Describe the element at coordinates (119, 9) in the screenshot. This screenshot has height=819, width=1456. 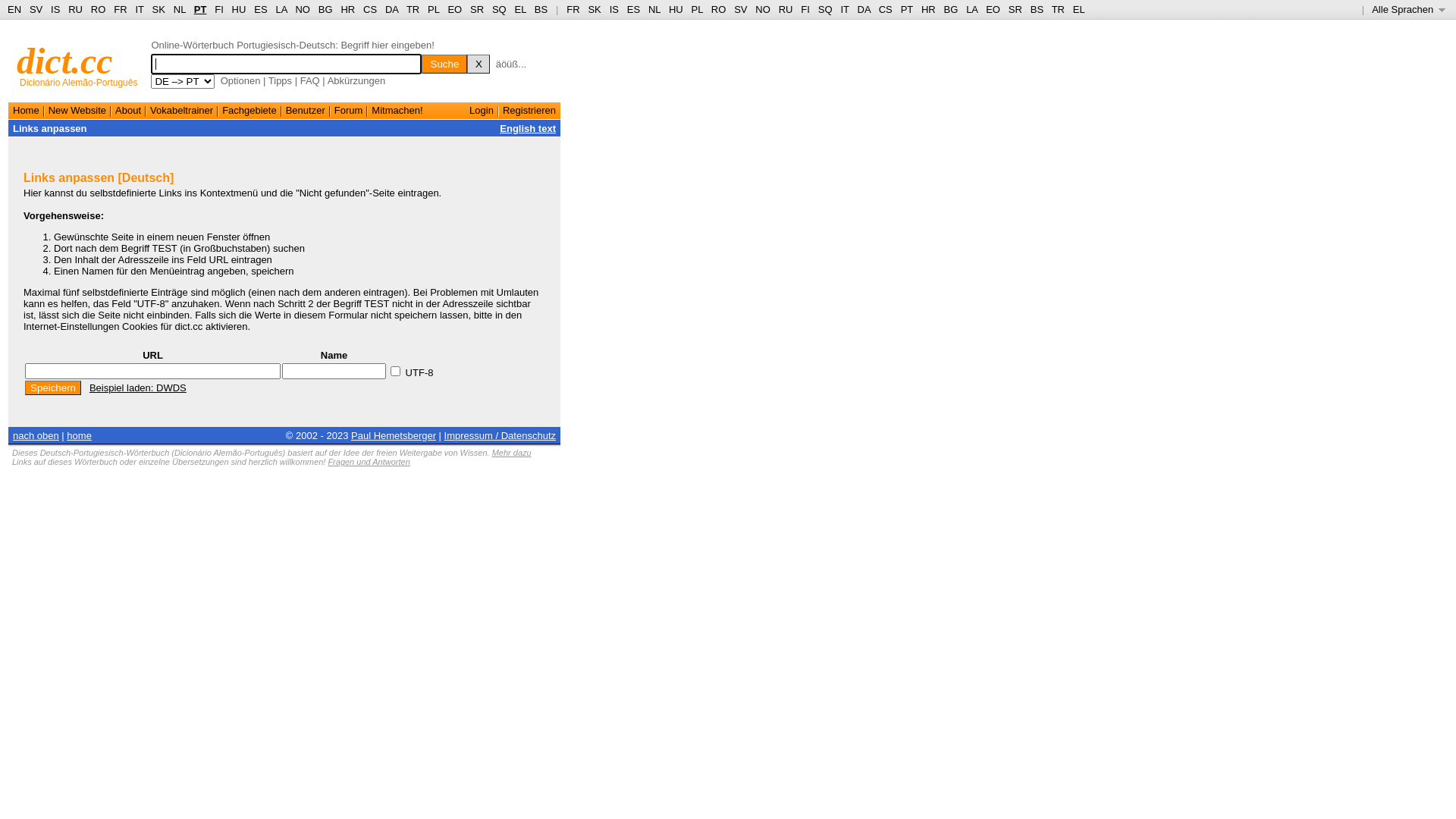
I see `'FR'` at that location.